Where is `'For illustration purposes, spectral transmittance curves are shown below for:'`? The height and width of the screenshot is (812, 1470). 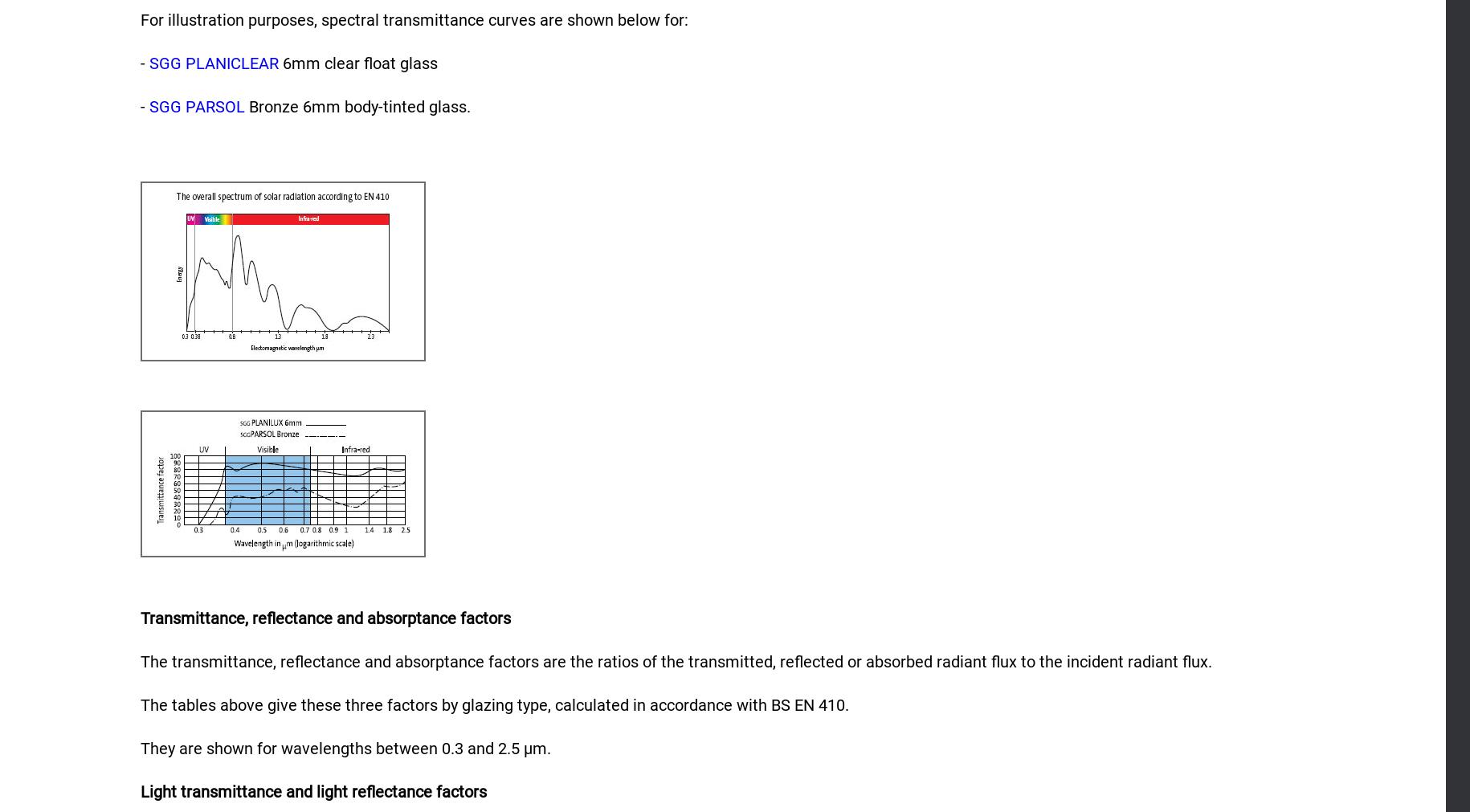
'For illustration purposes, spectral transmittance curves are shown below for:' is located at coordinates (414, 18).